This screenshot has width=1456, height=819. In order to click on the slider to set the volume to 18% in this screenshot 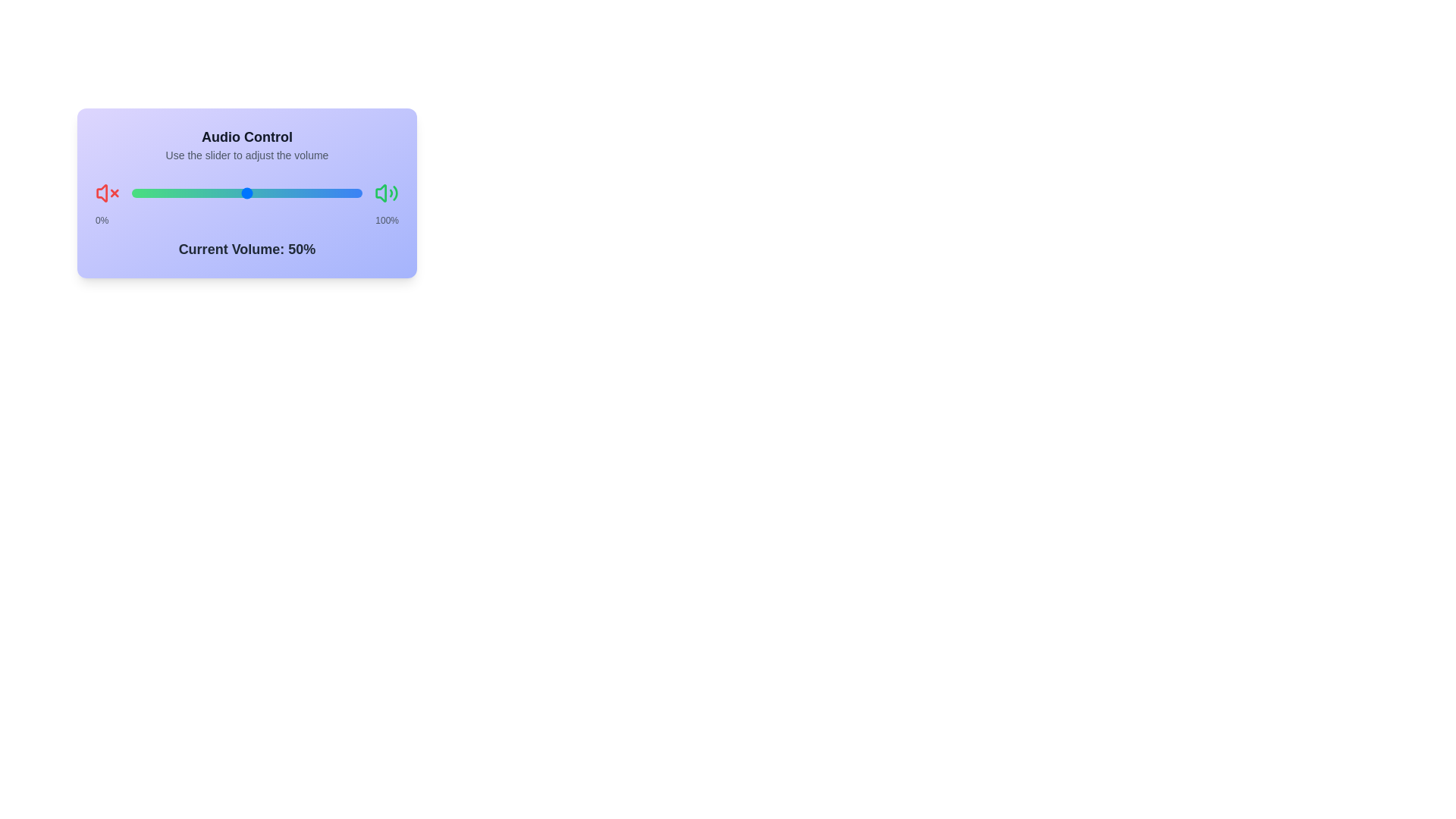, I will do `click(131, 192)`.